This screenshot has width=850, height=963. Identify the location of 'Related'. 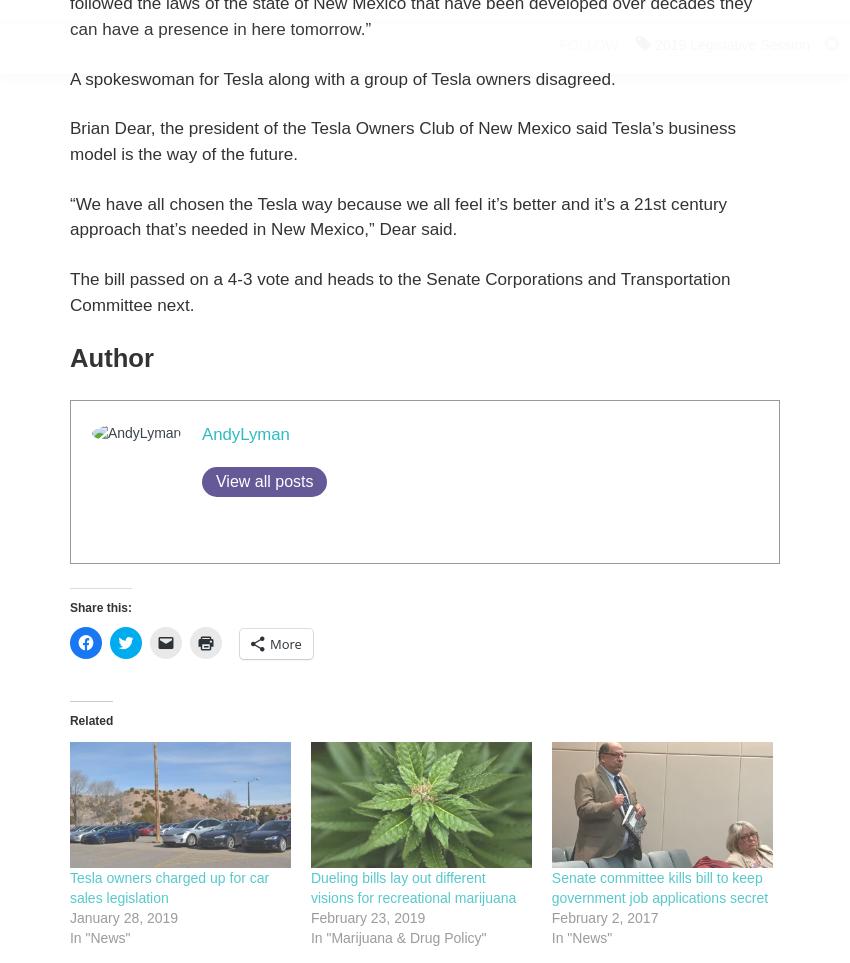
(69, 719).